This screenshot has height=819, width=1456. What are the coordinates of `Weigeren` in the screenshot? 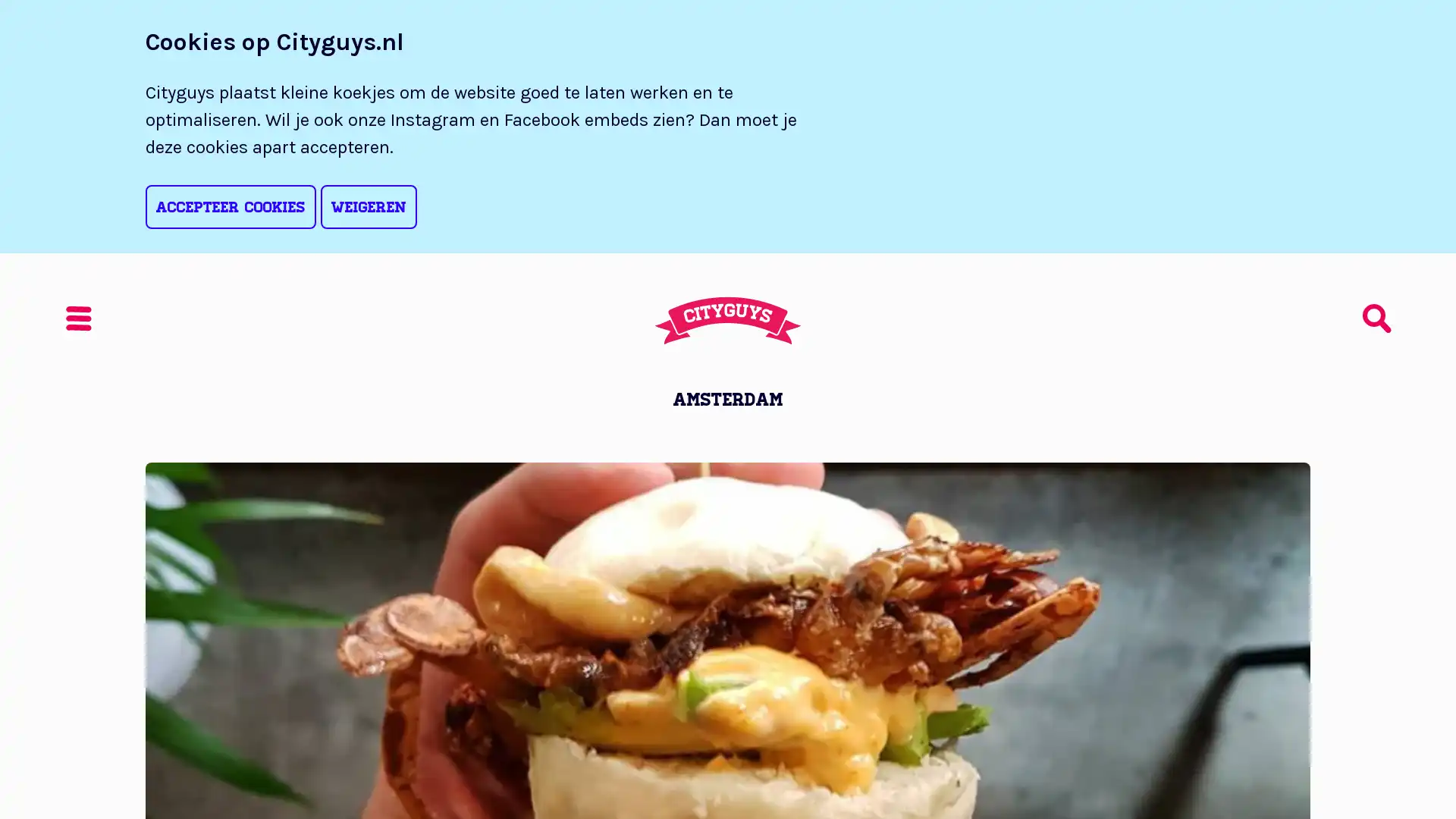 It's located at (369, 207).